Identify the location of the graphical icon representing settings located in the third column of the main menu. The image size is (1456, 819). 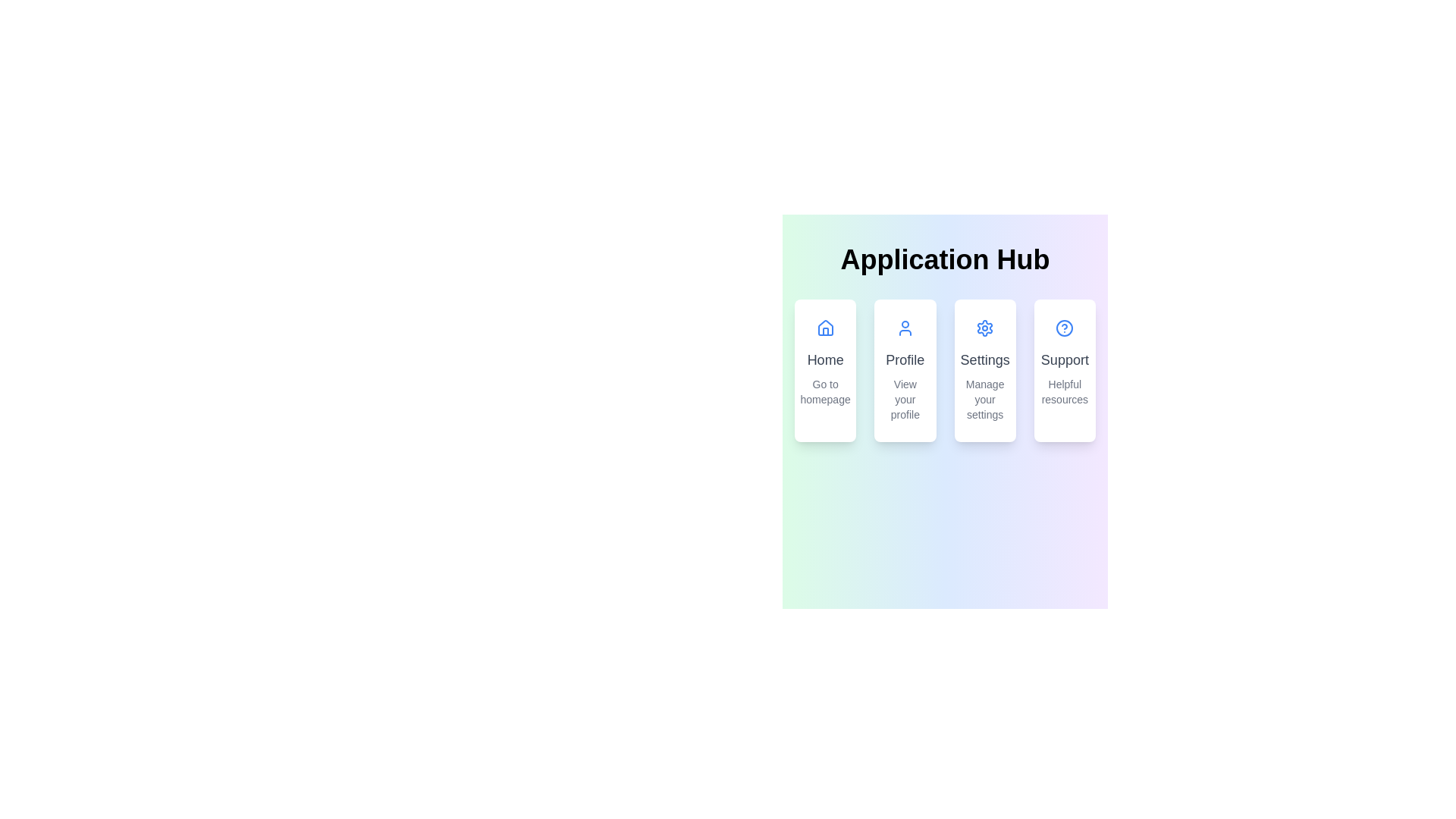
(985, 327).